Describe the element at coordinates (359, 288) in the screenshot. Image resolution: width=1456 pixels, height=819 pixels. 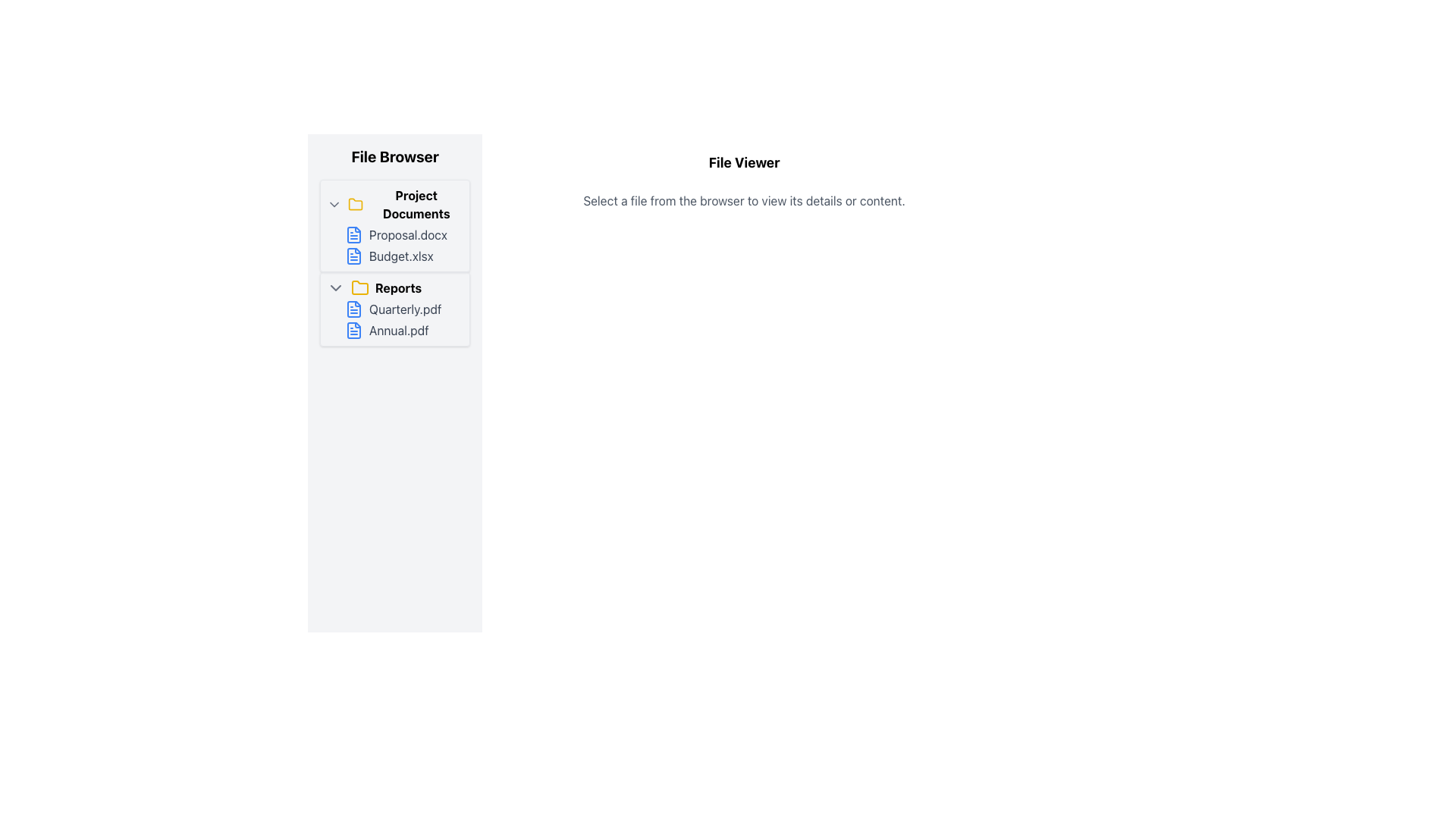
I see `the 'Reports' folder icon located to the left of the text 'Reports' in the file browsing structure` at that location.